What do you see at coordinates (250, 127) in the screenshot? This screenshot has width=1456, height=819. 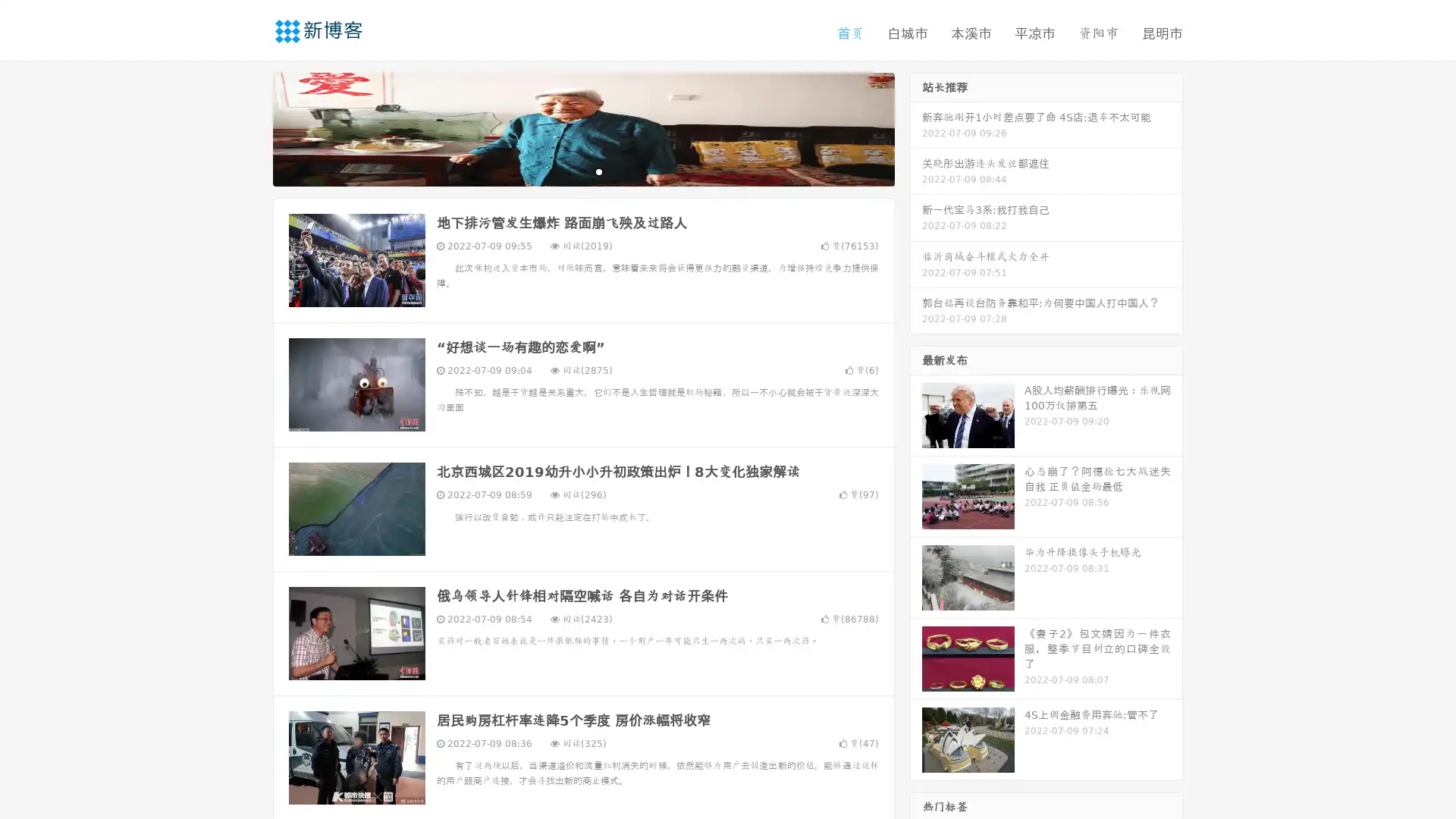 I see `Previous slide` at bounding box center [250, 127].